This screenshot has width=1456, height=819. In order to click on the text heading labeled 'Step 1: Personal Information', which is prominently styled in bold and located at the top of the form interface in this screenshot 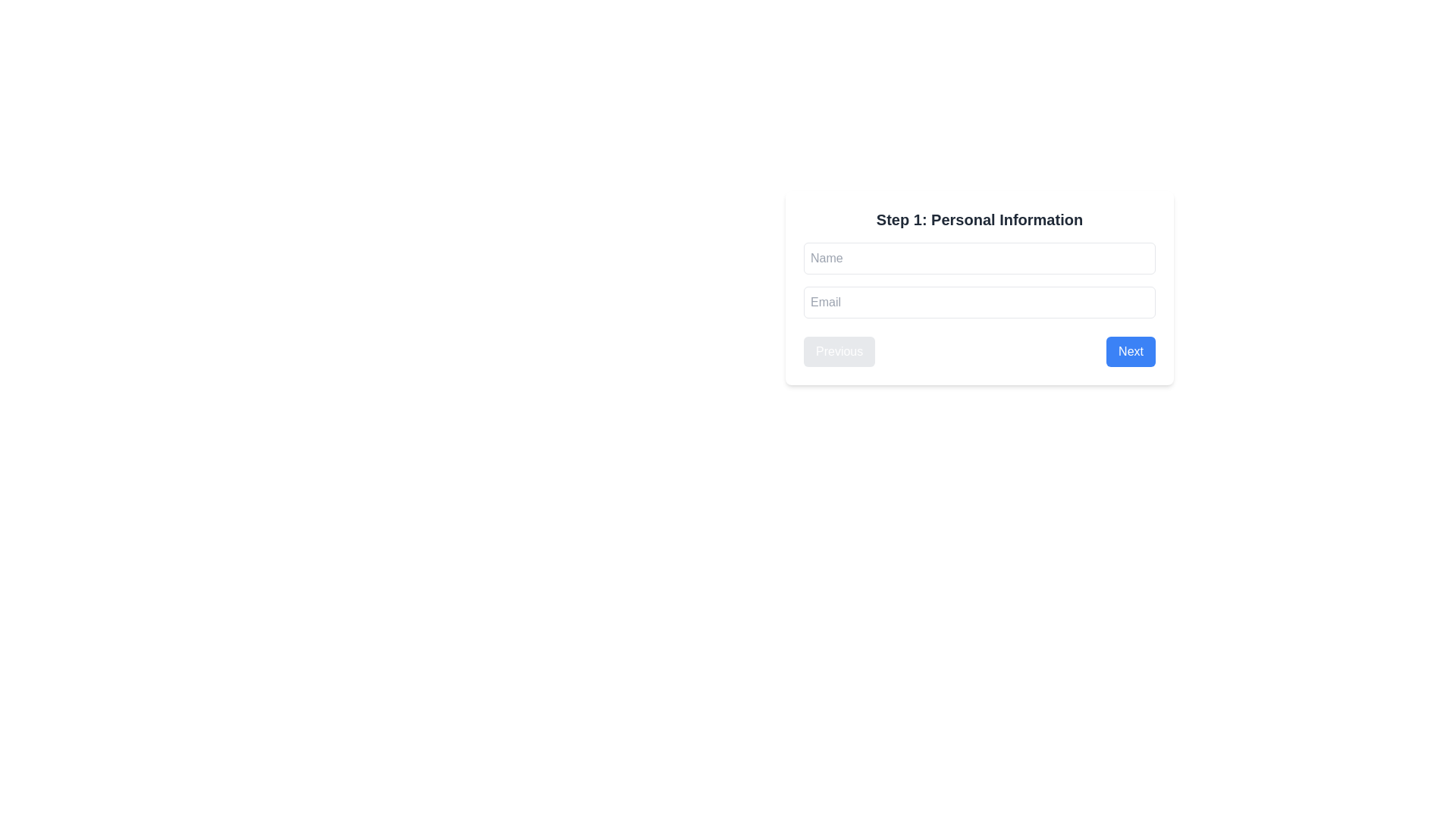, I will do `click(979, 219)`.